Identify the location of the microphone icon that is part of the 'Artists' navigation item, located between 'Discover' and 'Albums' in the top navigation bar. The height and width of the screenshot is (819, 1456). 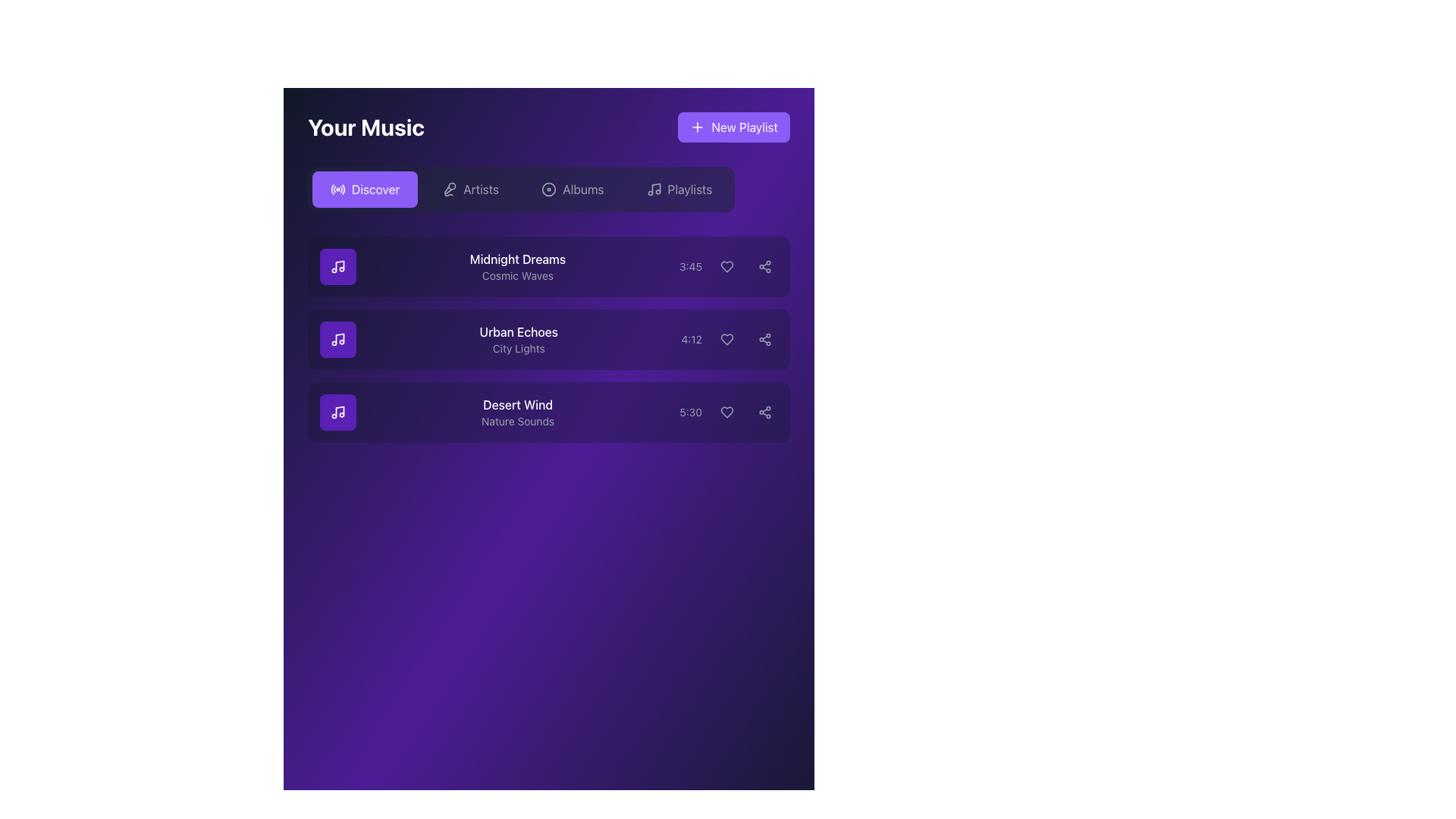
(449, 189).